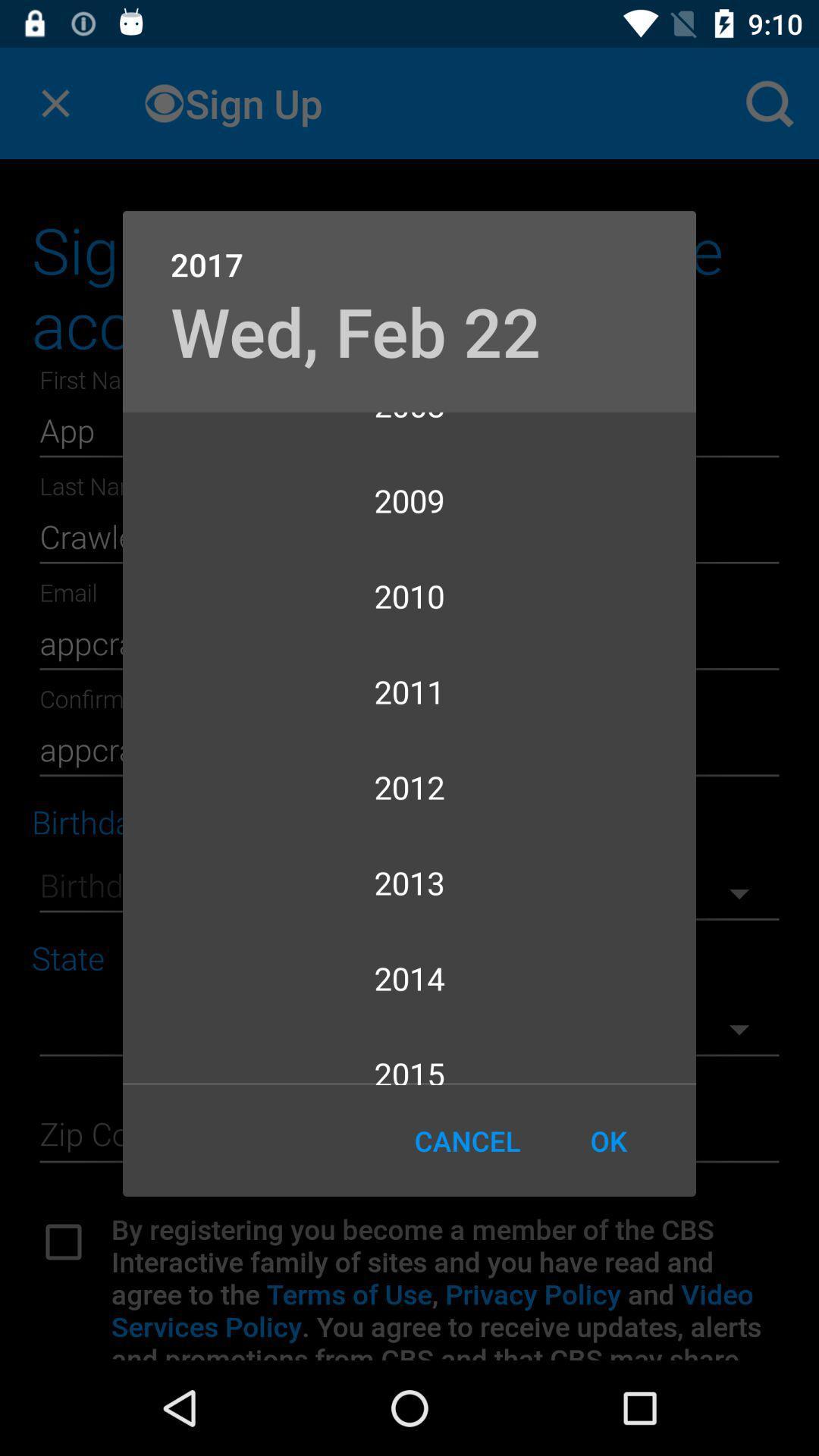 The width and height of the screenshot is (819, 1456). Describe the element at coordinates (607, 1141) in the screenshot. I see `icon to the right of cancel icon` at that location.